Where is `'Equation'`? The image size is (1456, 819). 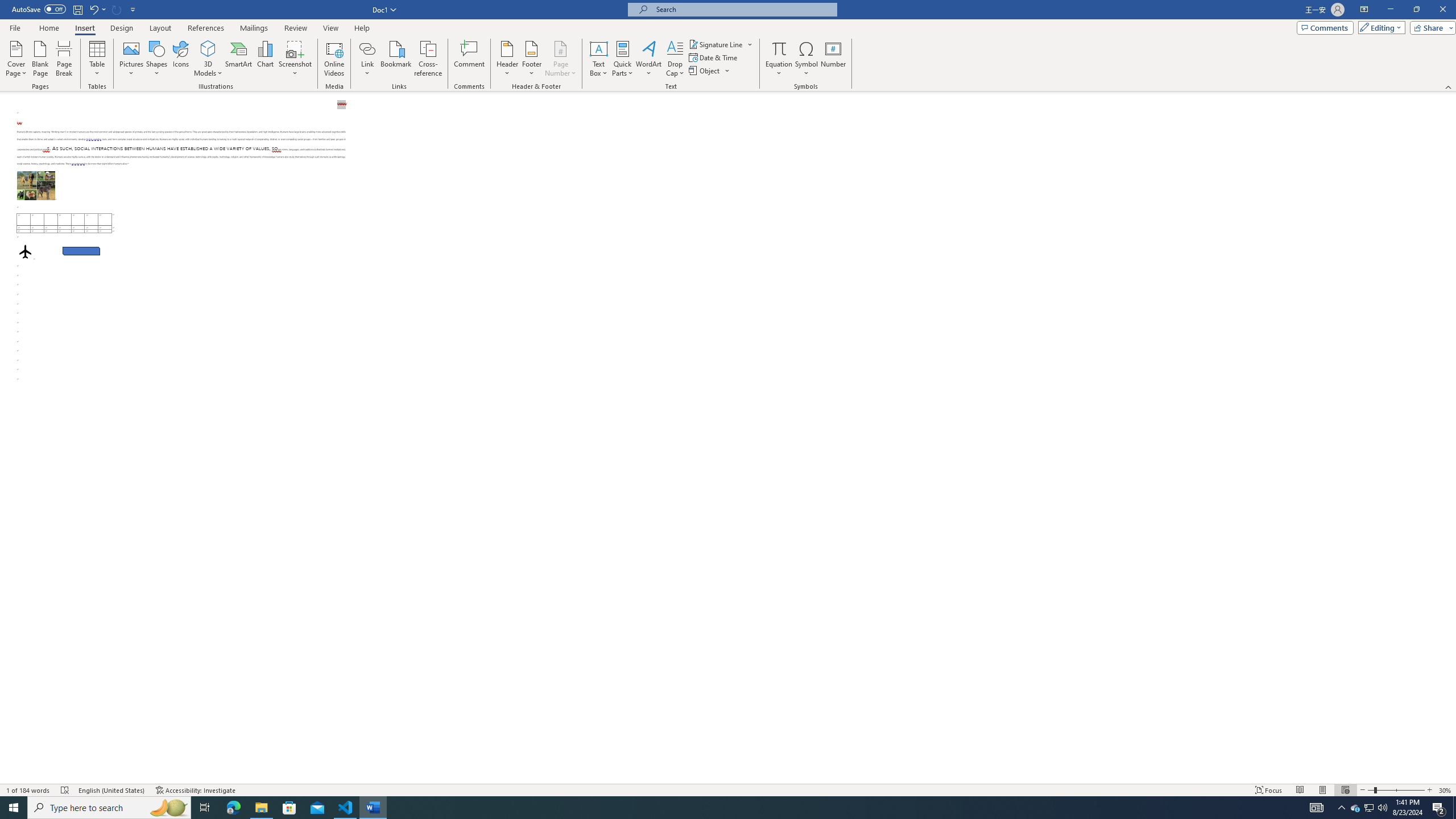
'Equation' is located at coordinates (779, 48).